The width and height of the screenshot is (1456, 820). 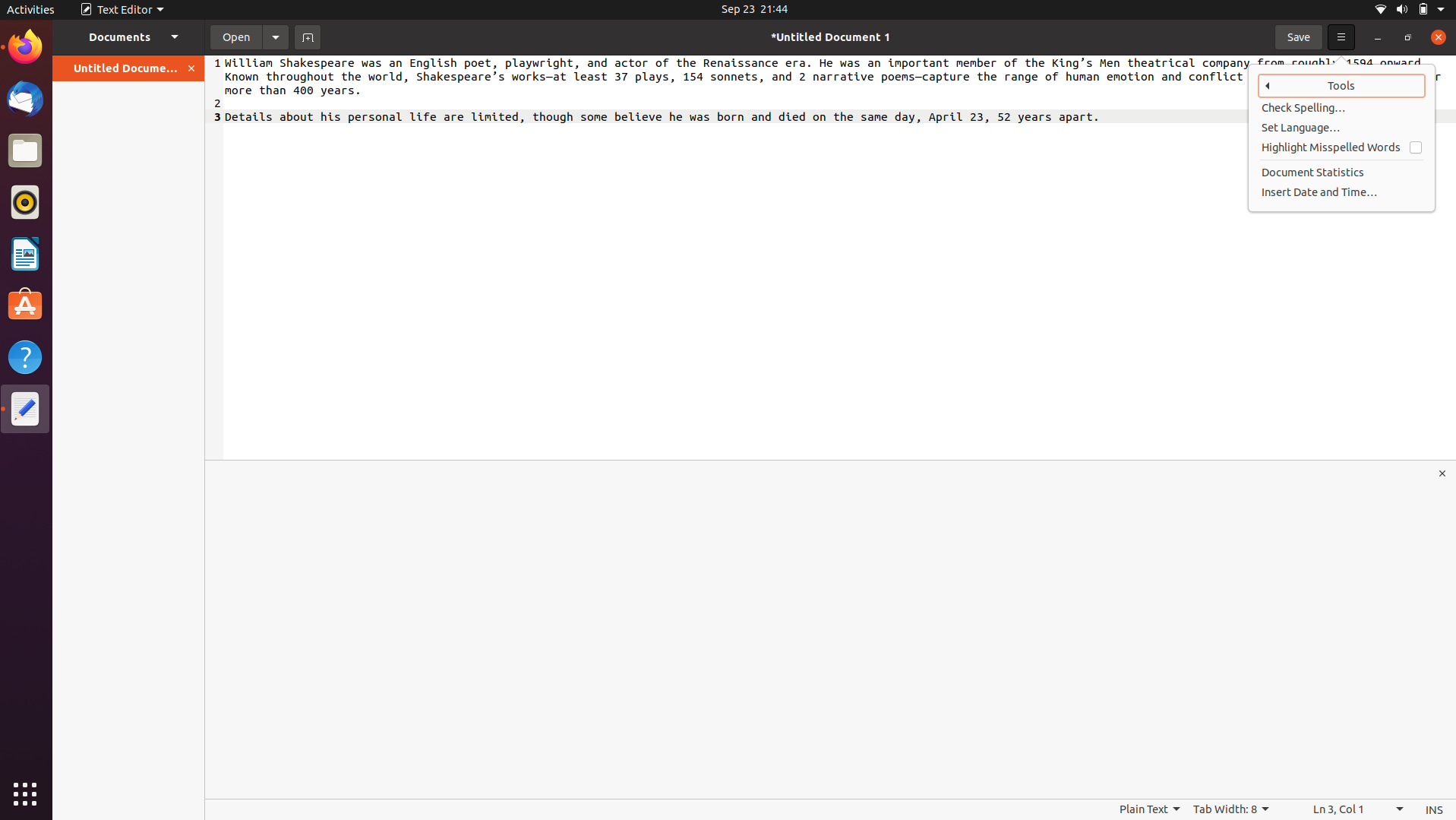 What do you see at coordinates (1342, 108) in the screenshot?
I see `Verify spelling accuracy in the document` at bounding box center [1342, 108].